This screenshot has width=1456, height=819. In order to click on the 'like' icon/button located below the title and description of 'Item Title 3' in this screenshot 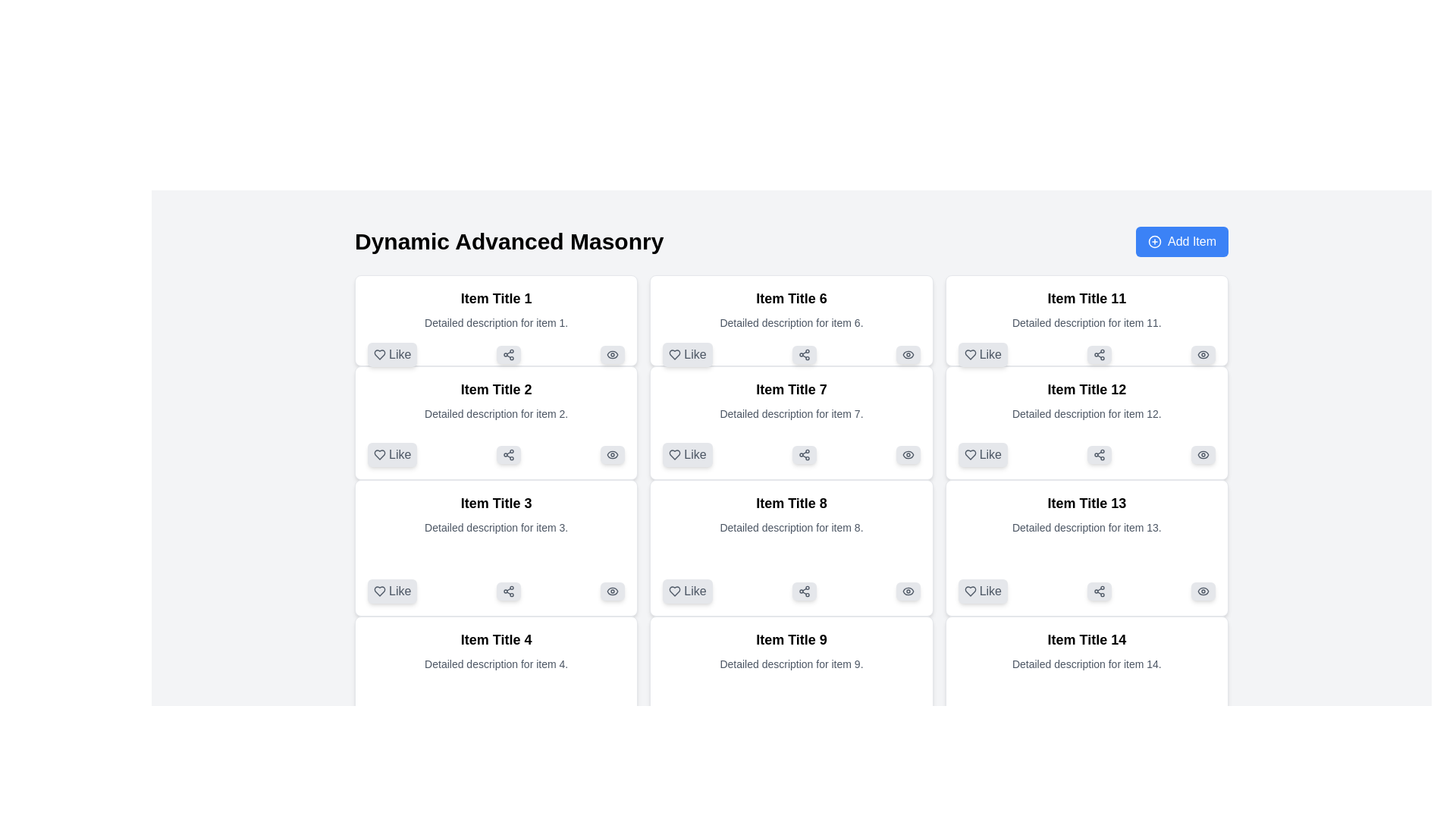, I will do `click(379, 590)`.